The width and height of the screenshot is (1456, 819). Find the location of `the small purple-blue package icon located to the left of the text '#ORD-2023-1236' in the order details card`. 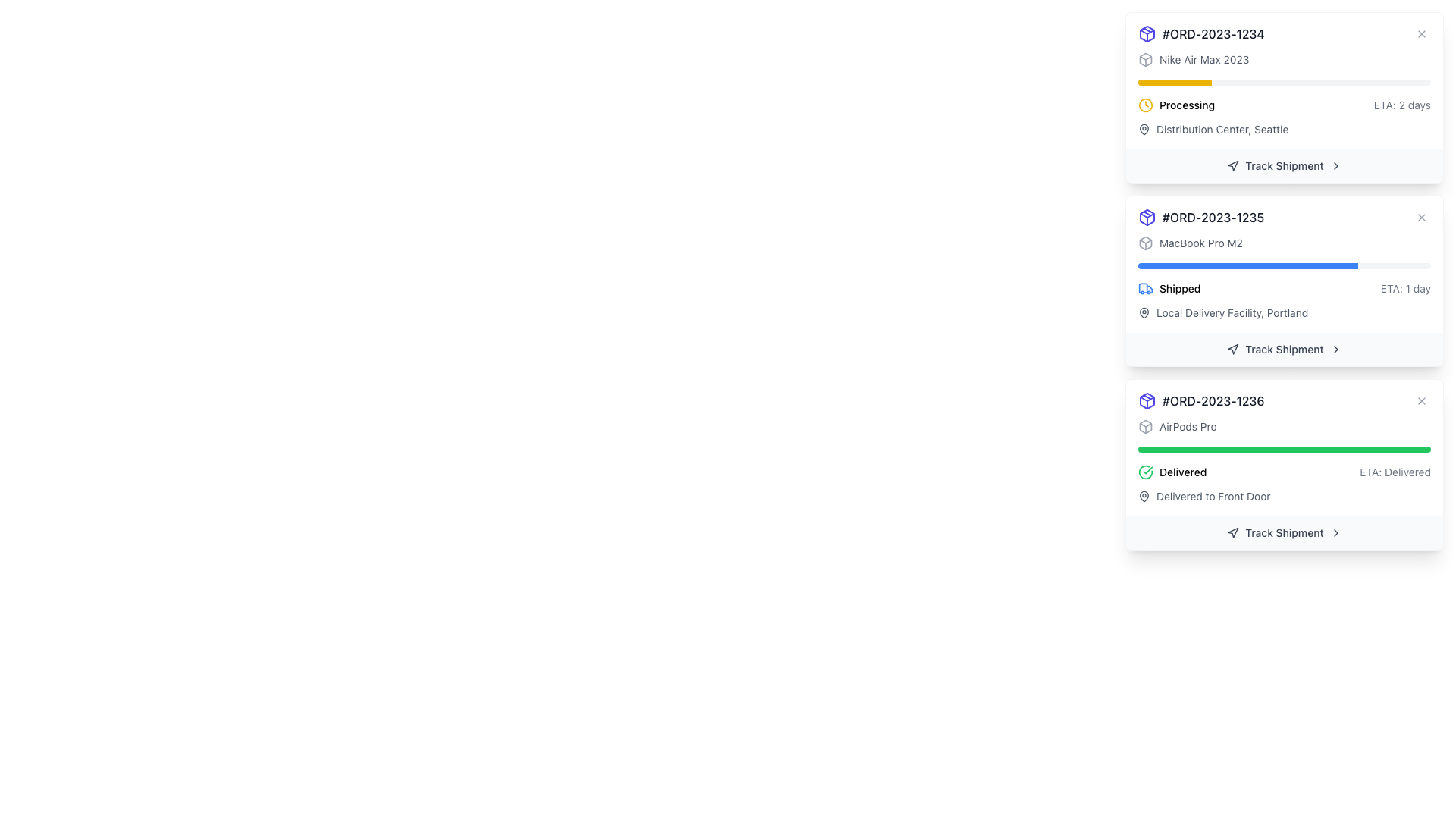

the small purple-blue package icon located to the left of the text '#ORD-2023-1236' in the order details card is located at coordinates (1147, 400).